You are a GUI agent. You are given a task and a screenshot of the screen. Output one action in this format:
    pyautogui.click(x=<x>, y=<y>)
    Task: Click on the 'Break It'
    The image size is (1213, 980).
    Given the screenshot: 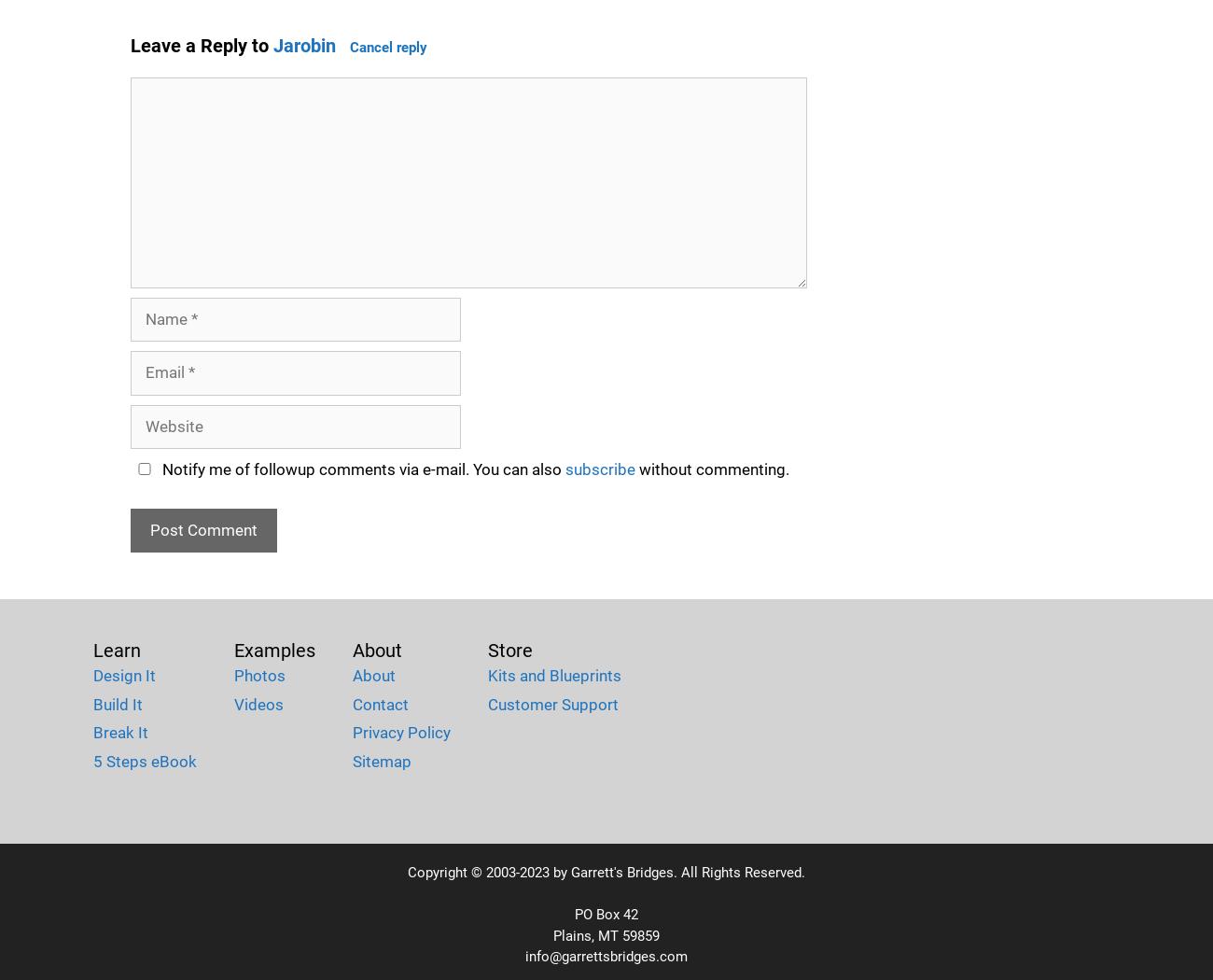 What is the action you would take?
    pyautogui.click(x=119, y=732)
    